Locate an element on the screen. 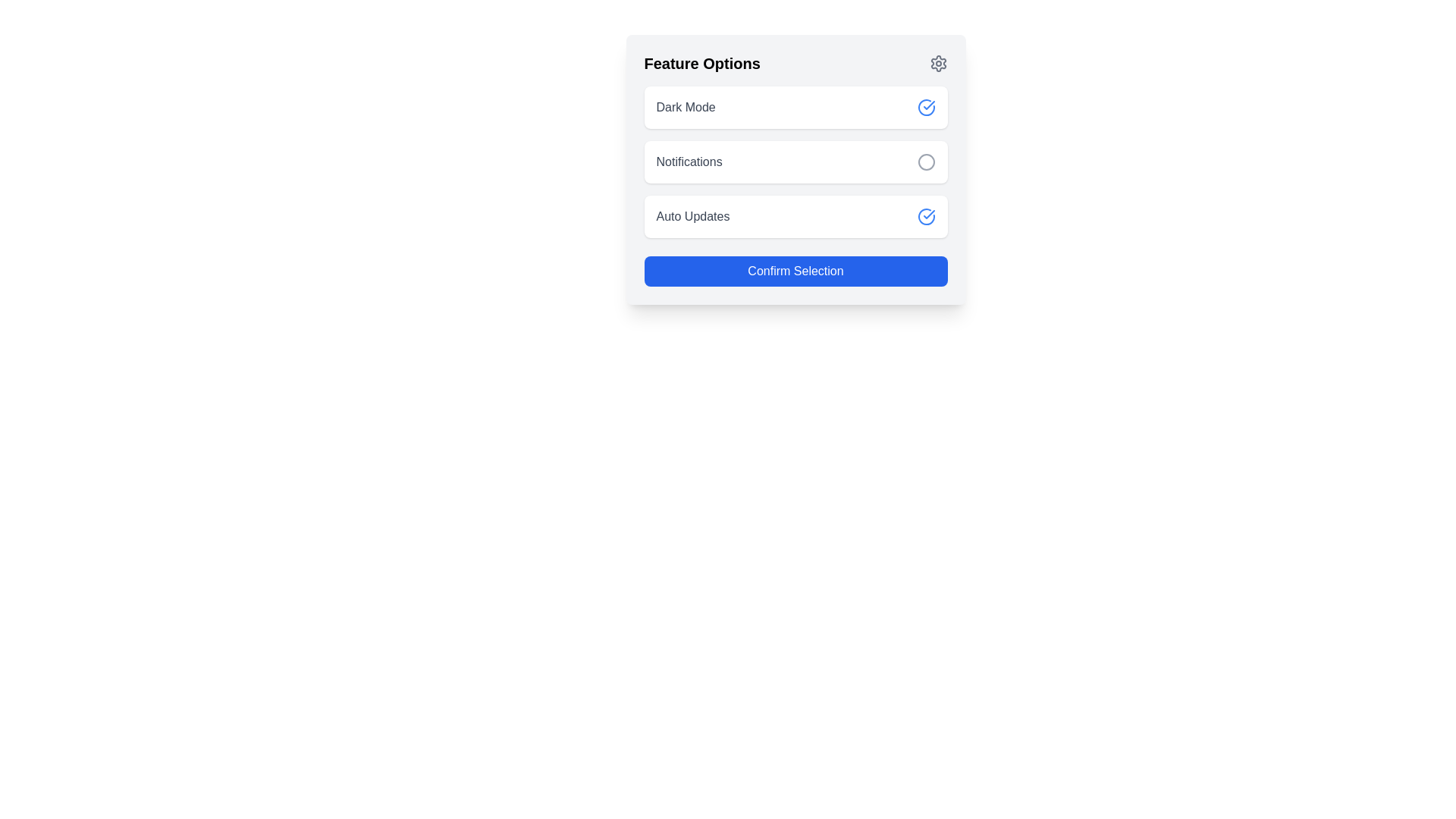  the specific sub-element within the feature selection panel, which includes options like dark mode, notifications, and auto updates is located at coordinates (795, 169).